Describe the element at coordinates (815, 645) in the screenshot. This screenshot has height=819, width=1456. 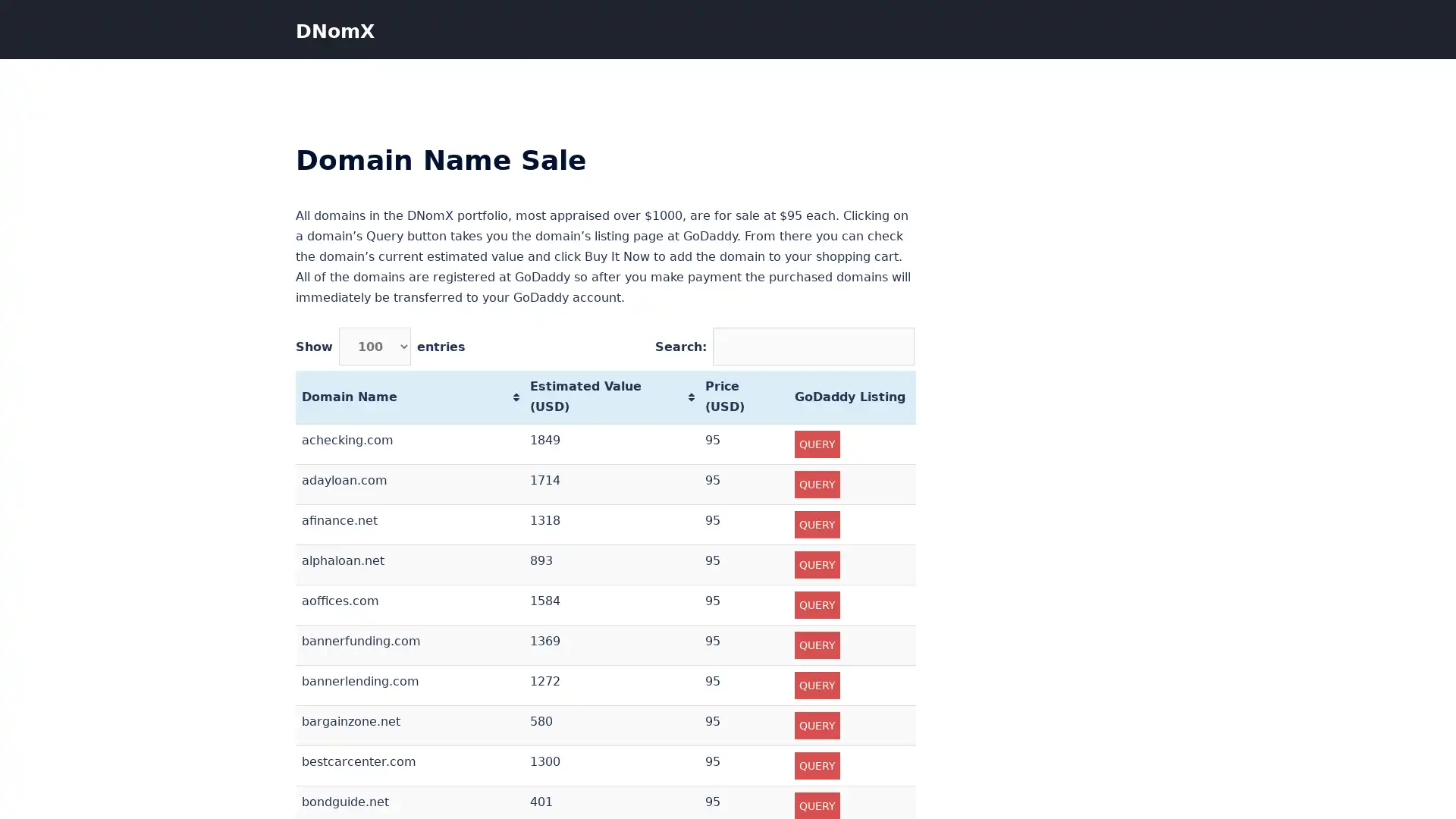
I see `QUERY` at that location.